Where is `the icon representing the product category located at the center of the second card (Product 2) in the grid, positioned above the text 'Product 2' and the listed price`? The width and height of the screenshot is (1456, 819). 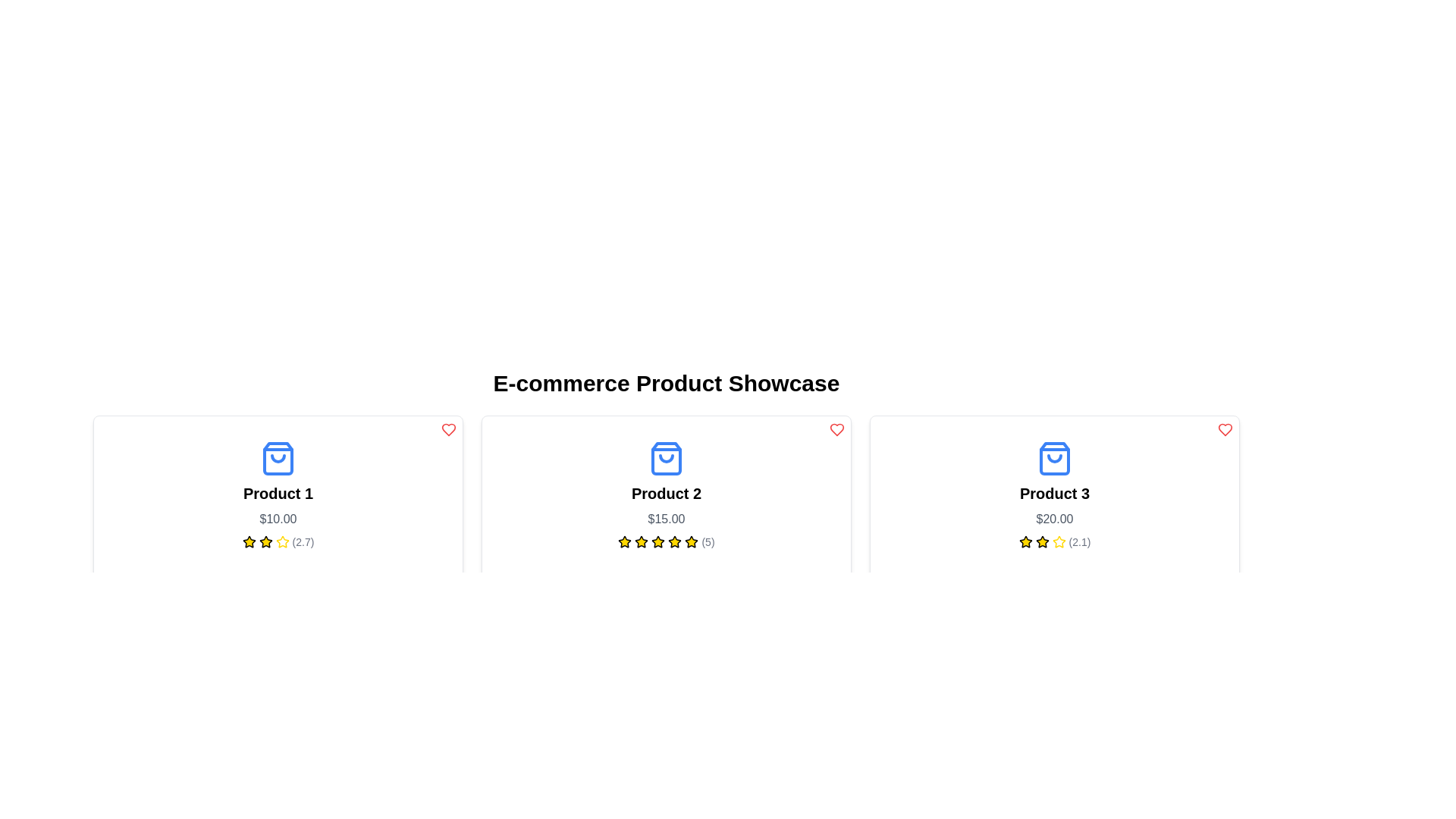
the icon representing the product category located at the center of the second card (Product 2) in the grid, positioned above the text 'Product 2' and the listed price is located at coordinates (666, 458).